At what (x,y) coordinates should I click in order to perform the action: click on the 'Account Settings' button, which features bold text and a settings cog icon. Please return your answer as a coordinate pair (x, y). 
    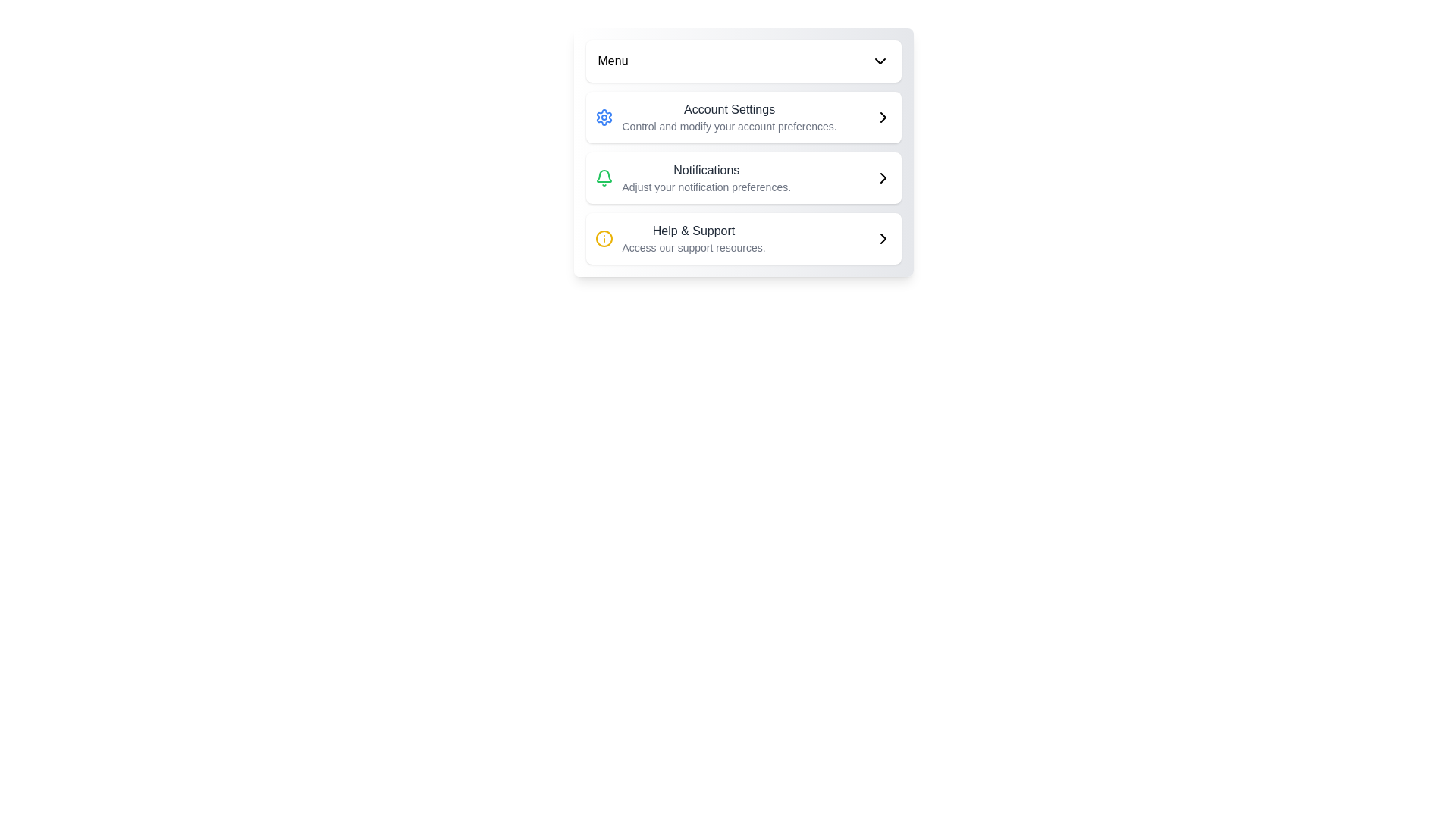
    Looking at the image, I should click on (715, 116).